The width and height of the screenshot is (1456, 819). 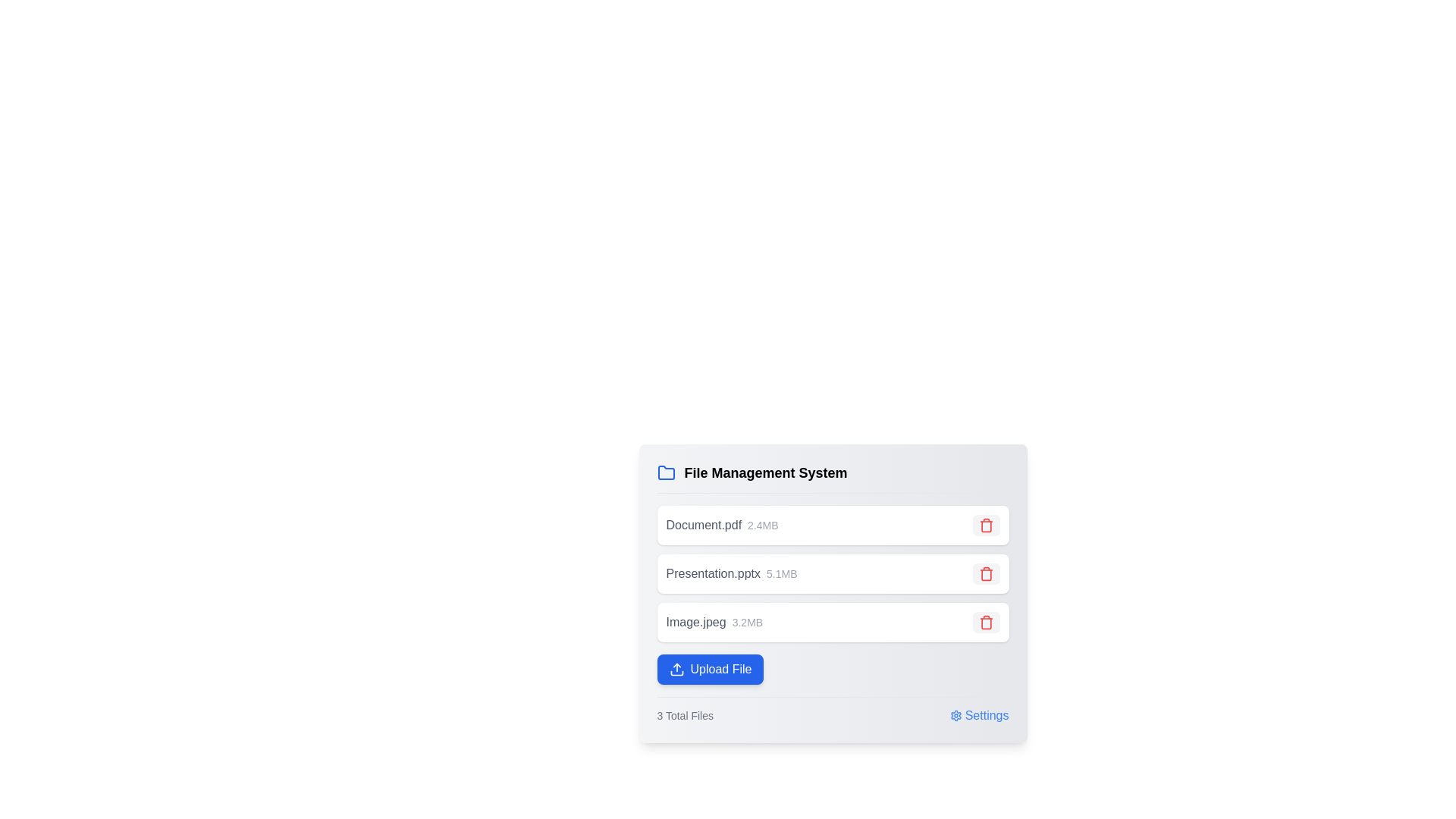 I want to click on the trash can icon outlined in red, which resembles a standard trash bin, located to the right of the filename 'Document.pdf', so click(x=986, y=573).